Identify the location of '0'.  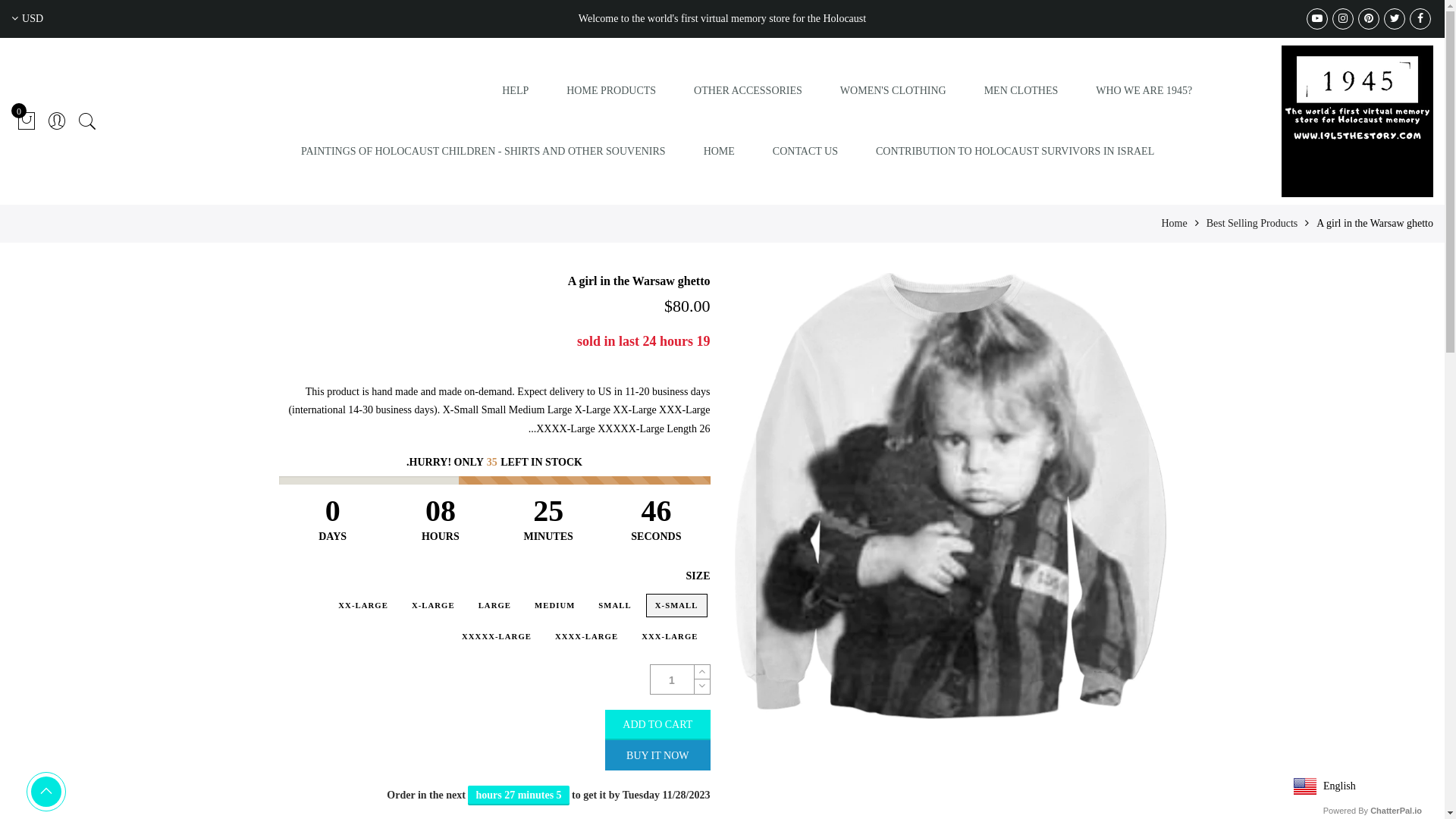
(26, 121).